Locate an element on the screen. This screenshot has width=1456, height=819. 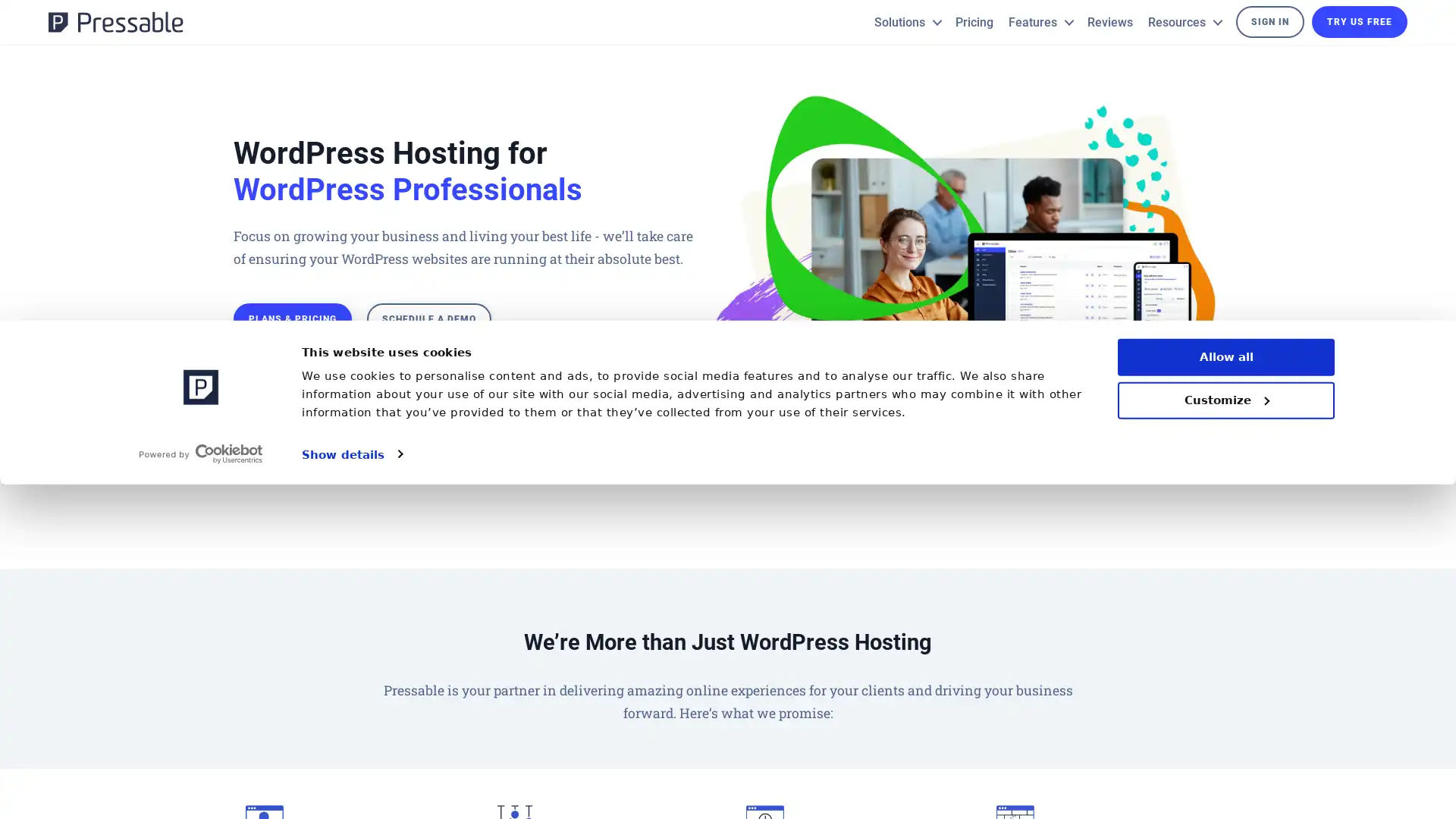
Customize is located at coordinates (1226, 734).